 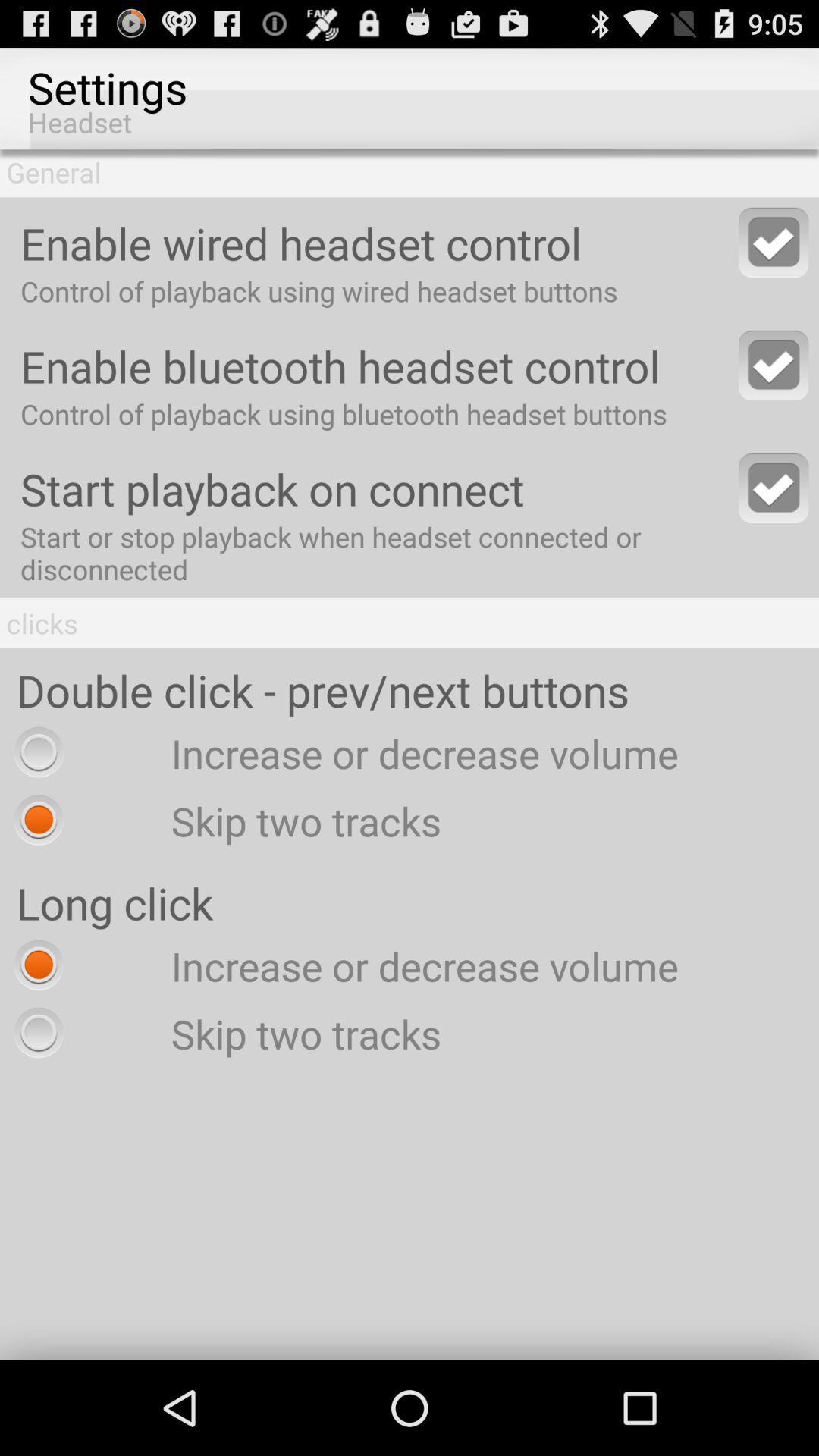 I want to click on this option, so click(x=773, y=488).